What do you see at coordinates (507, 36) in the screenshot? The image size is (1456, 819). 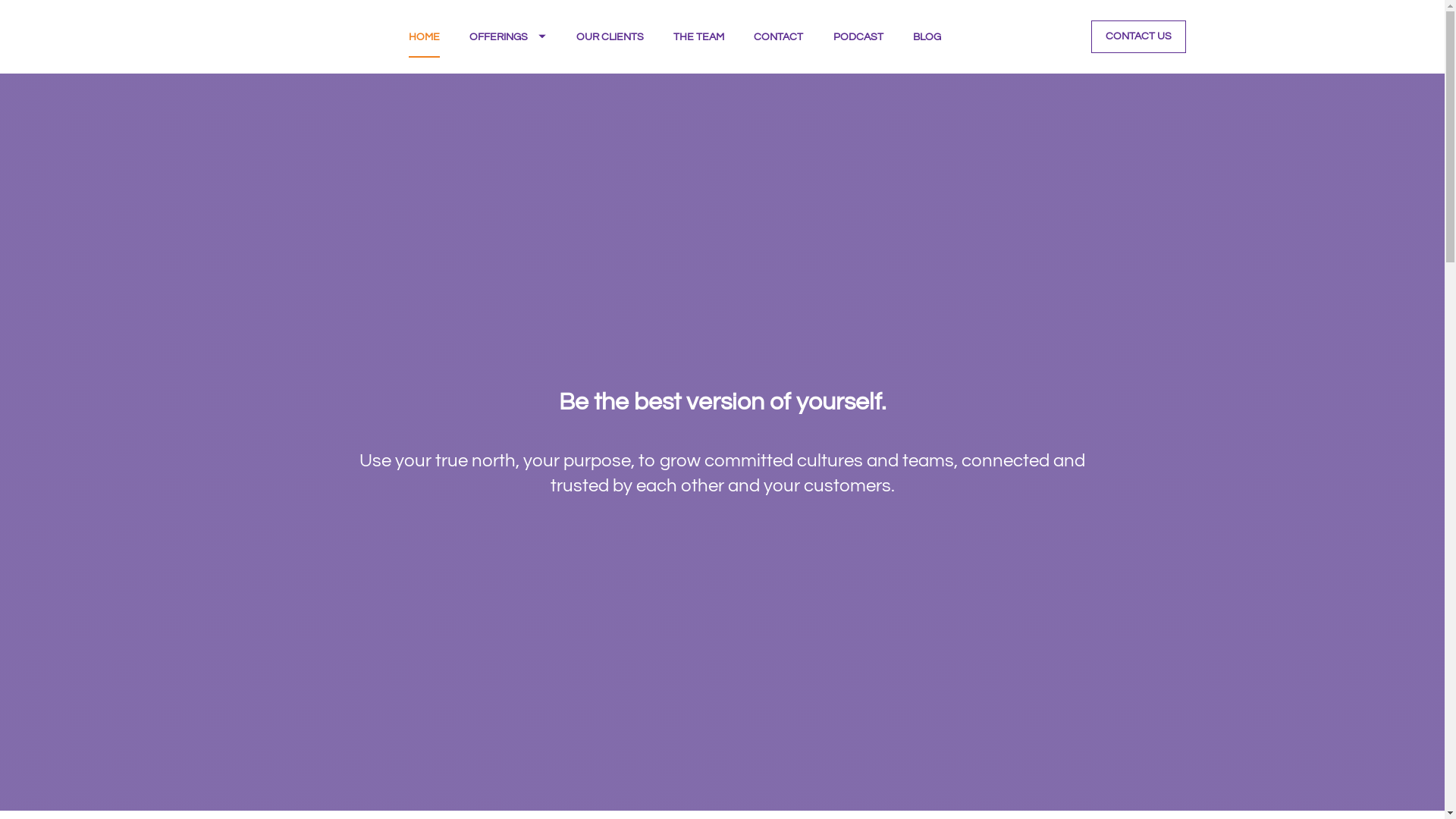 I see `'OFFERINGS'` at bounding box center [507, 36].